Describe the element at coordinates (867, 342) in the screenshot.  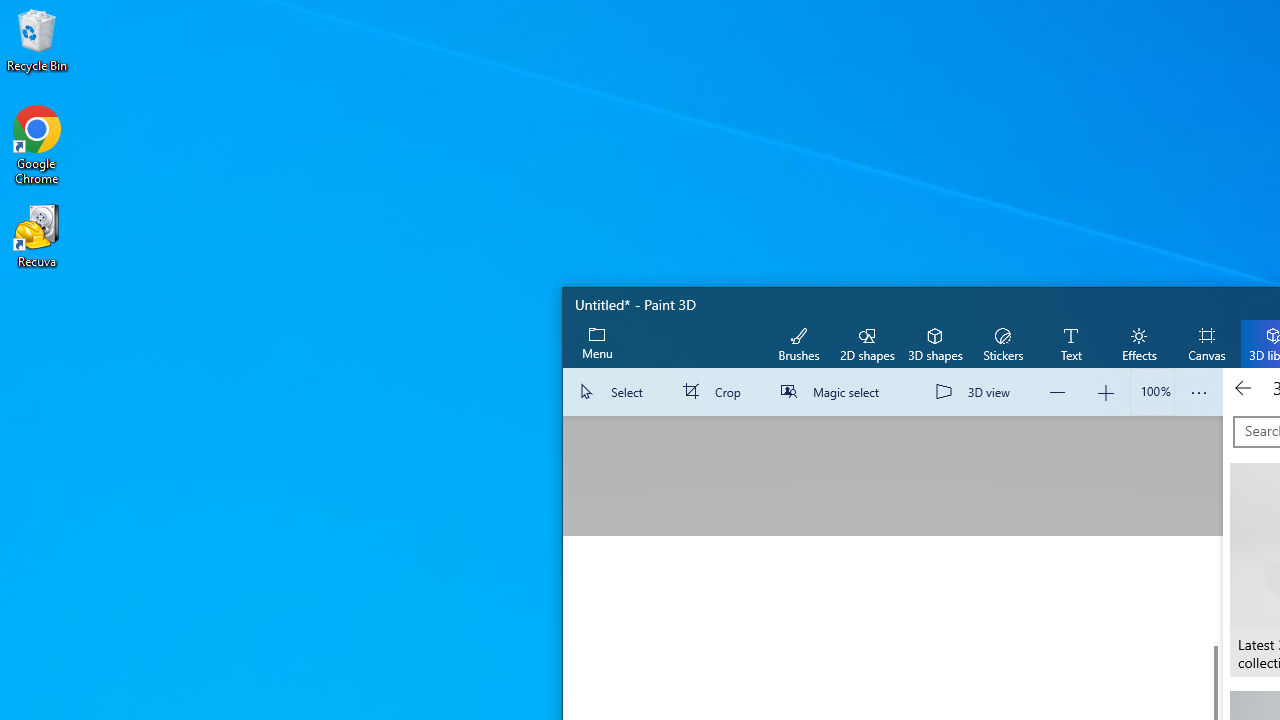
I see `'2D shapes'` at that location.